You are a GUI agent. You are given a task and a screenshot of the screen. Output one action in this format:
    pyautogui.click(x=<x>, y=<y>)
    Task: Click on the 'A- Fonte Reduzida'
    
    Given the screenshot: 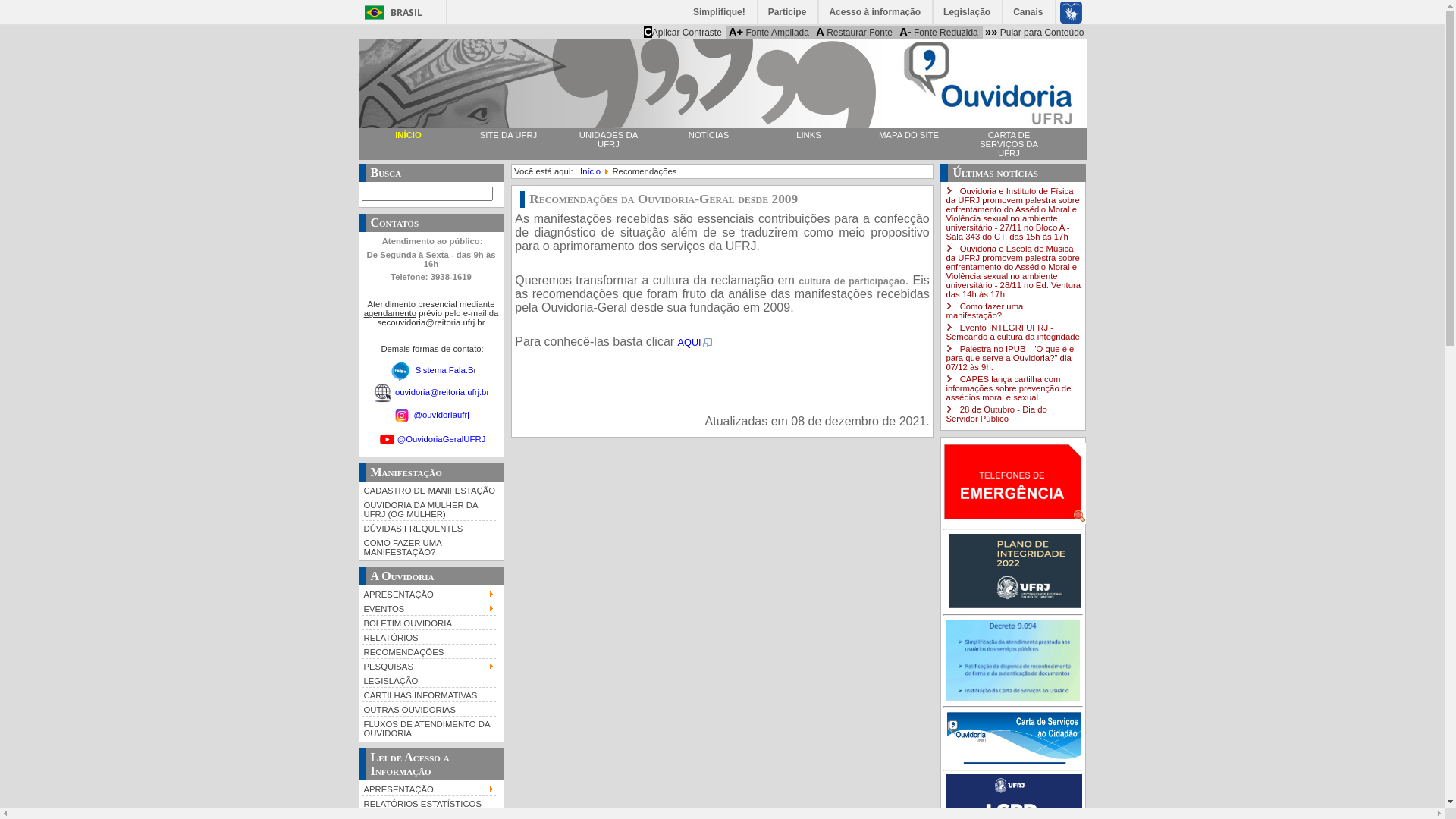 What is the action you would take?
    pyautogui.click(x=896, y=32)
    